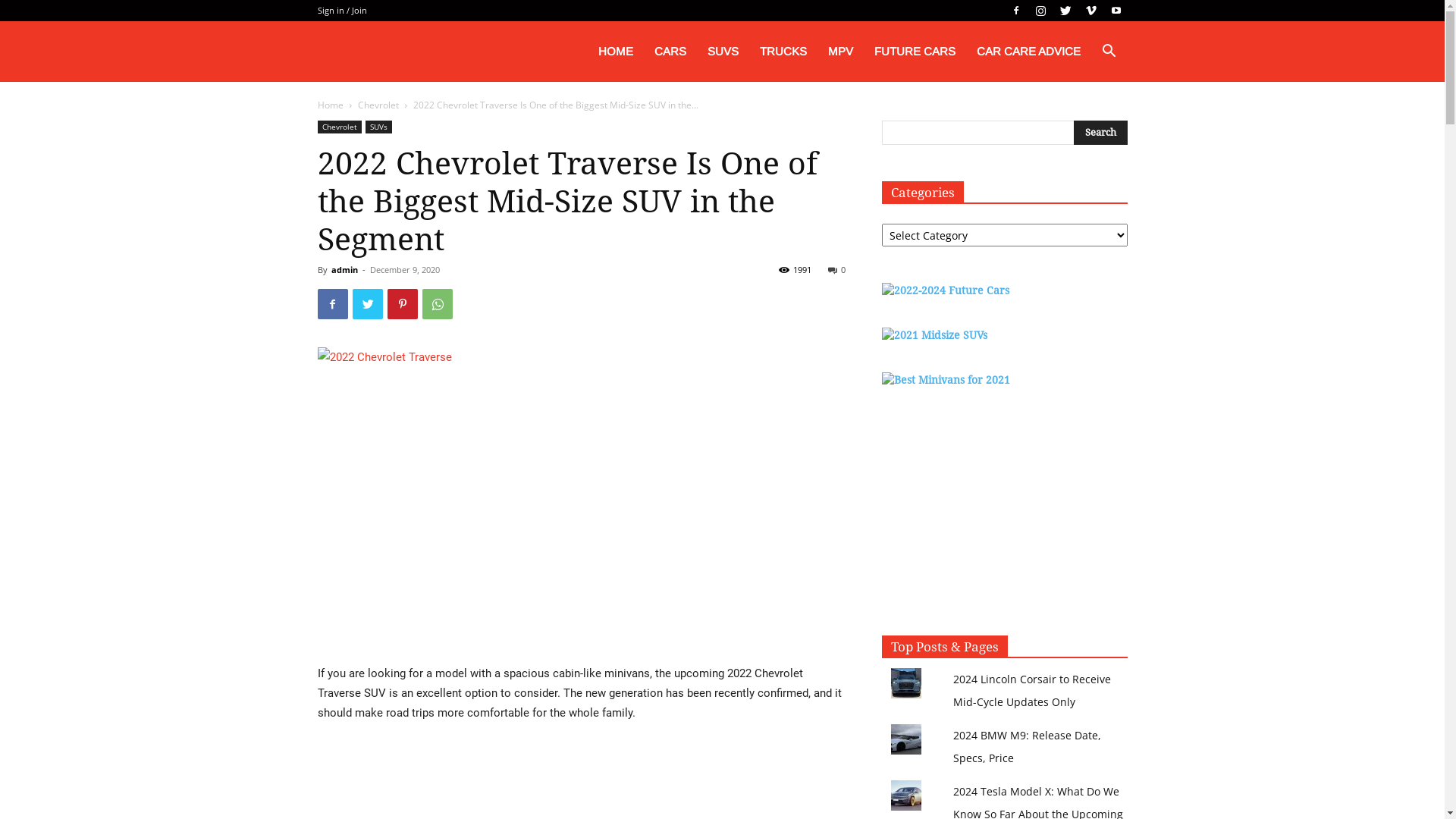 The image size is (1456, 819). I want to click on 'Search', so click(1100, 131).